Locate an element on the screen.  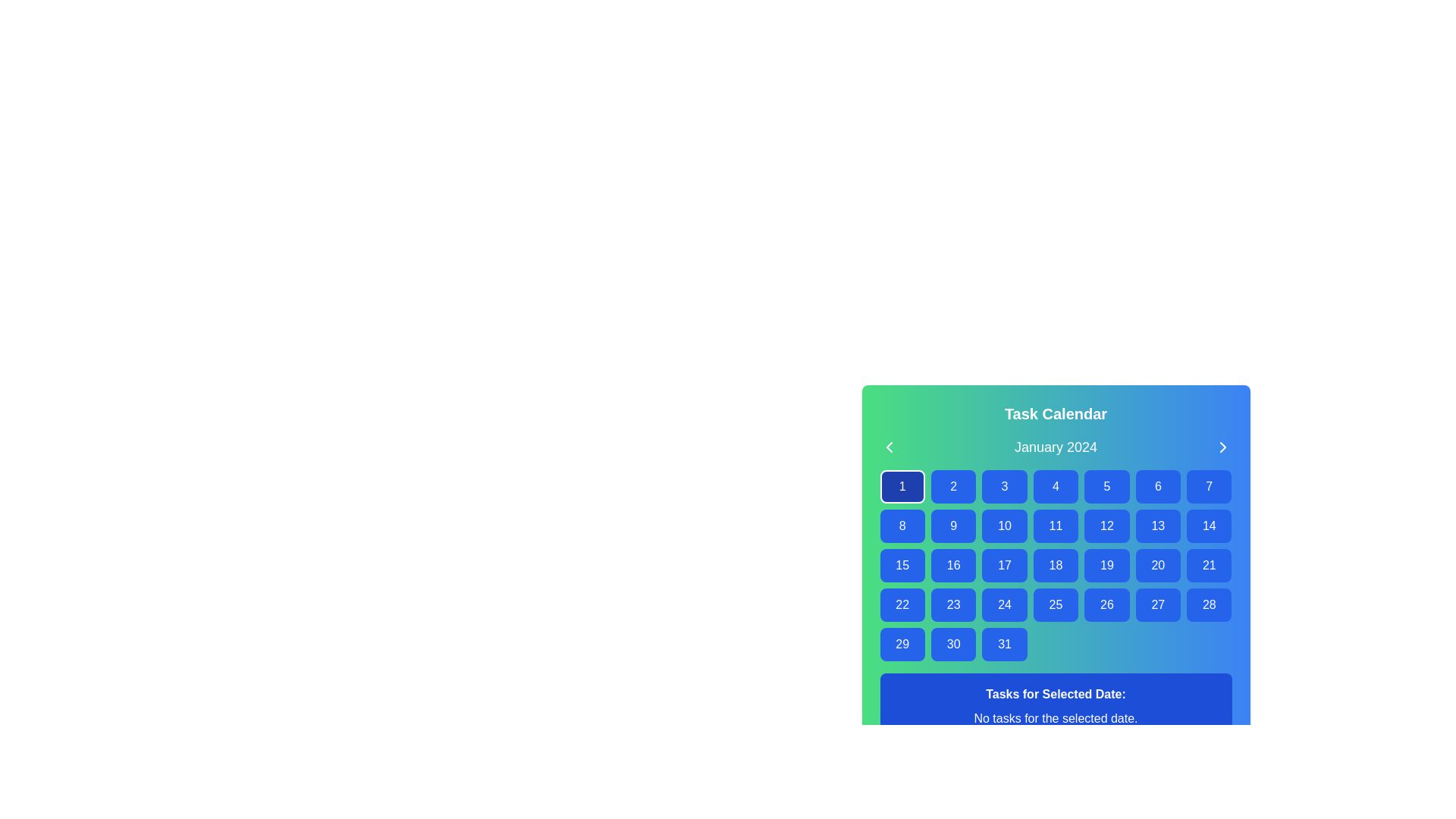
to select the 22nd day of the month in the calendar layout located in the fifth row and first column of the 'Task Calendar' is located at coordinates (902, 604).